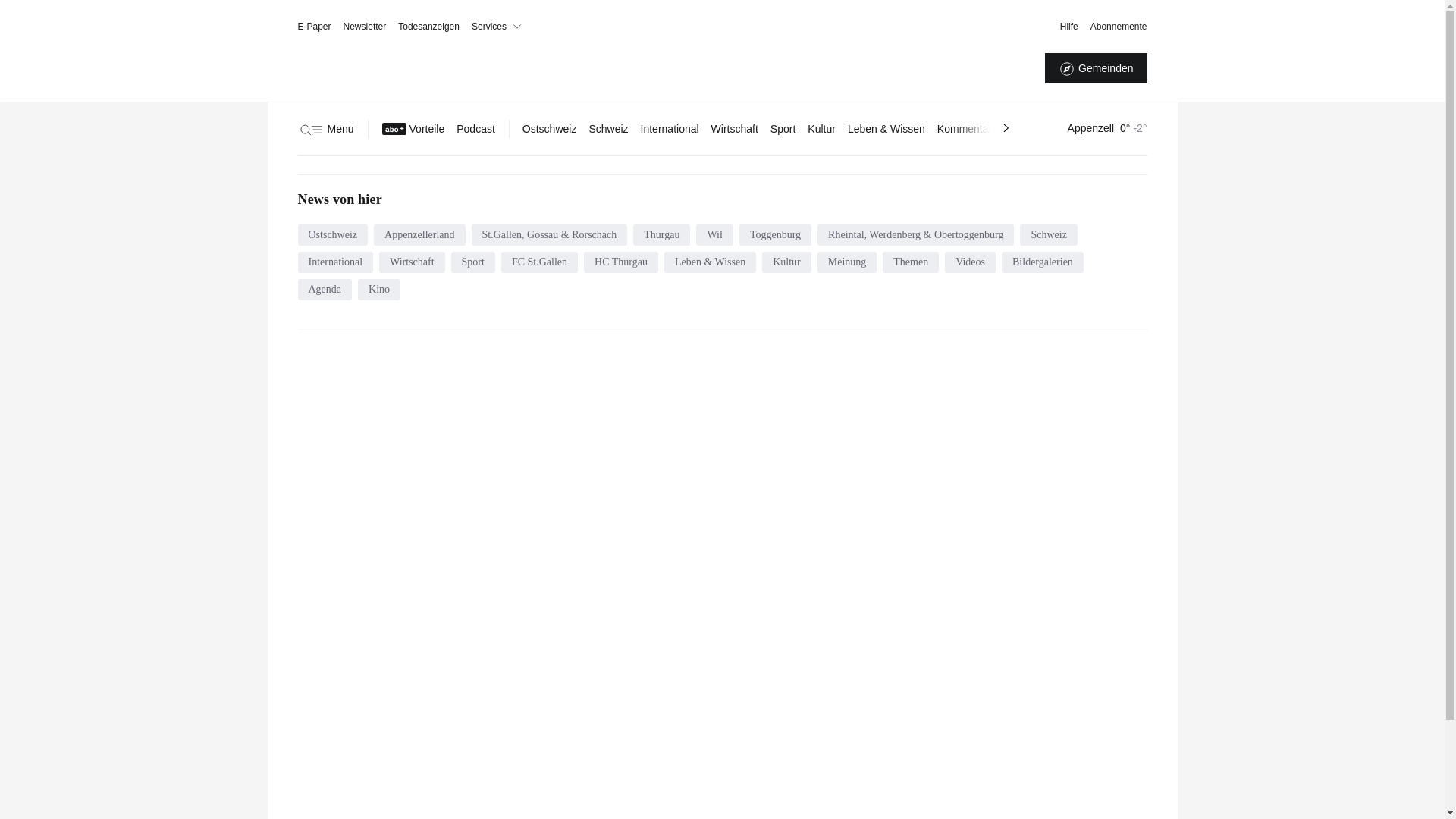 The height and width of the screenshot is (819, 1456). Describe the element at coordinates (475, 127) in the screenshot. I see `'Podcast'` at that location.